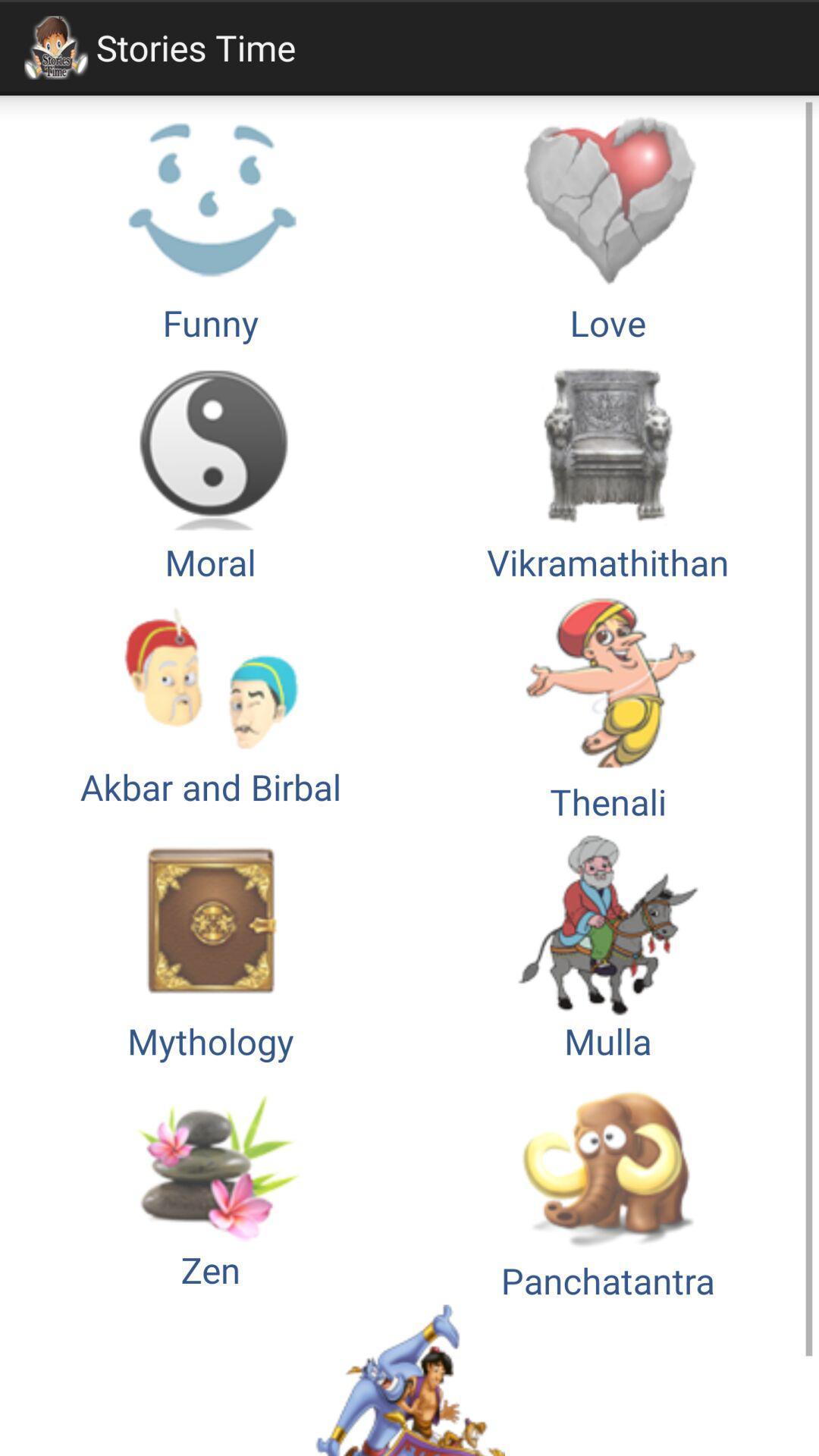 This screenshot has width=819, height=1456. Describe the element at coordinates (210, 226) in the screenshot. I see `the funny icon` at that location.